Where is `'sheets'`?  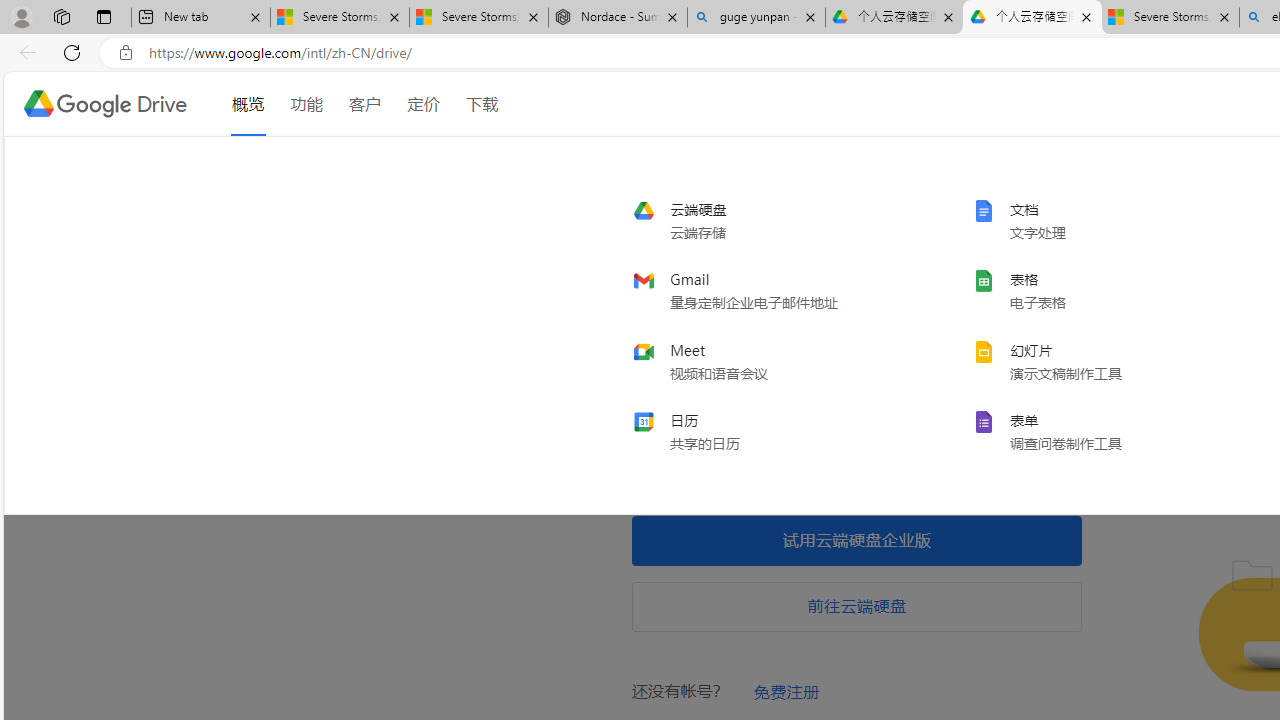 'sheets' is located at coordinates (1104, 291).